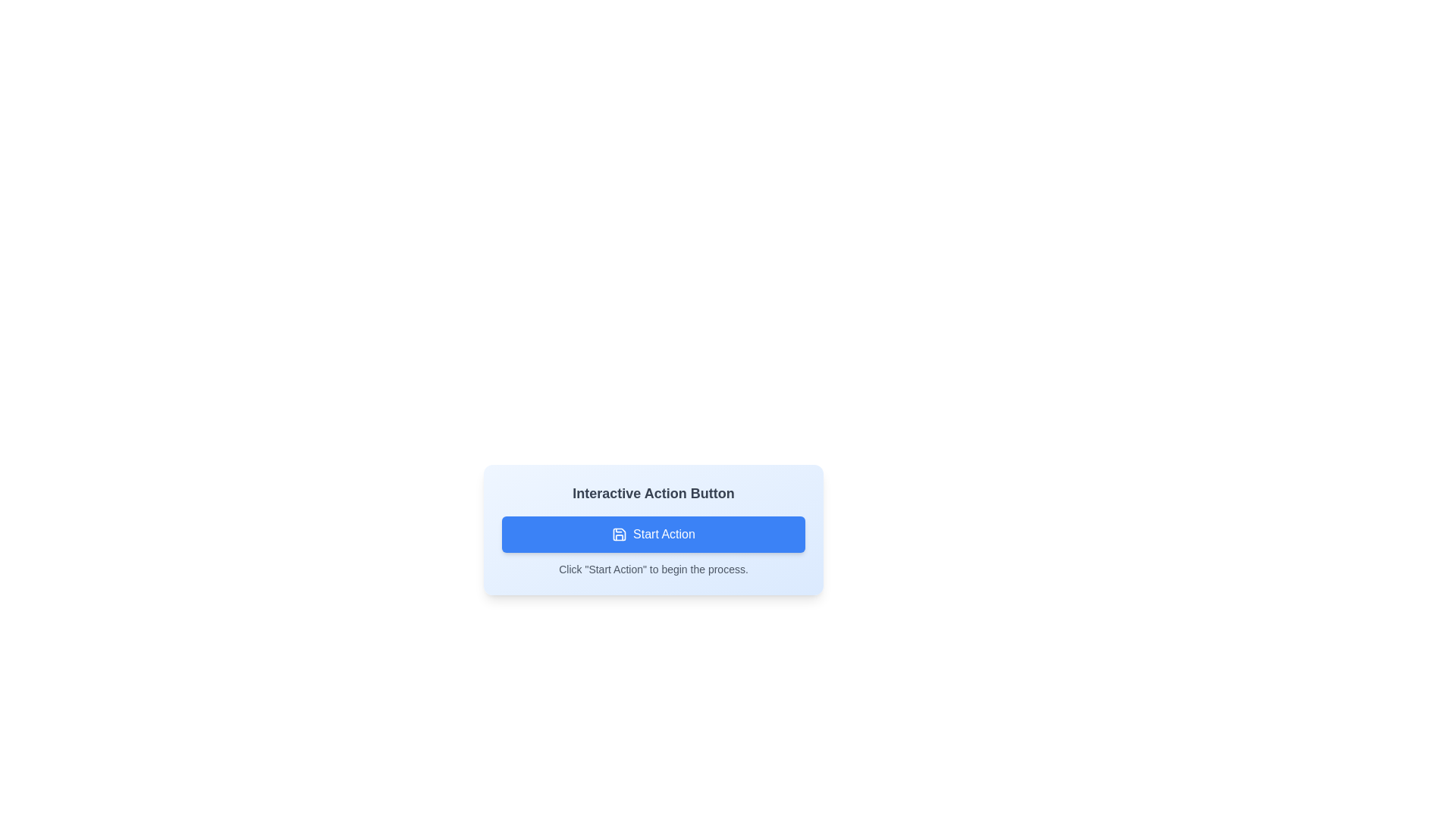  I want to click on the blue 'Start Action' button with a save icon, so click(654, 534).